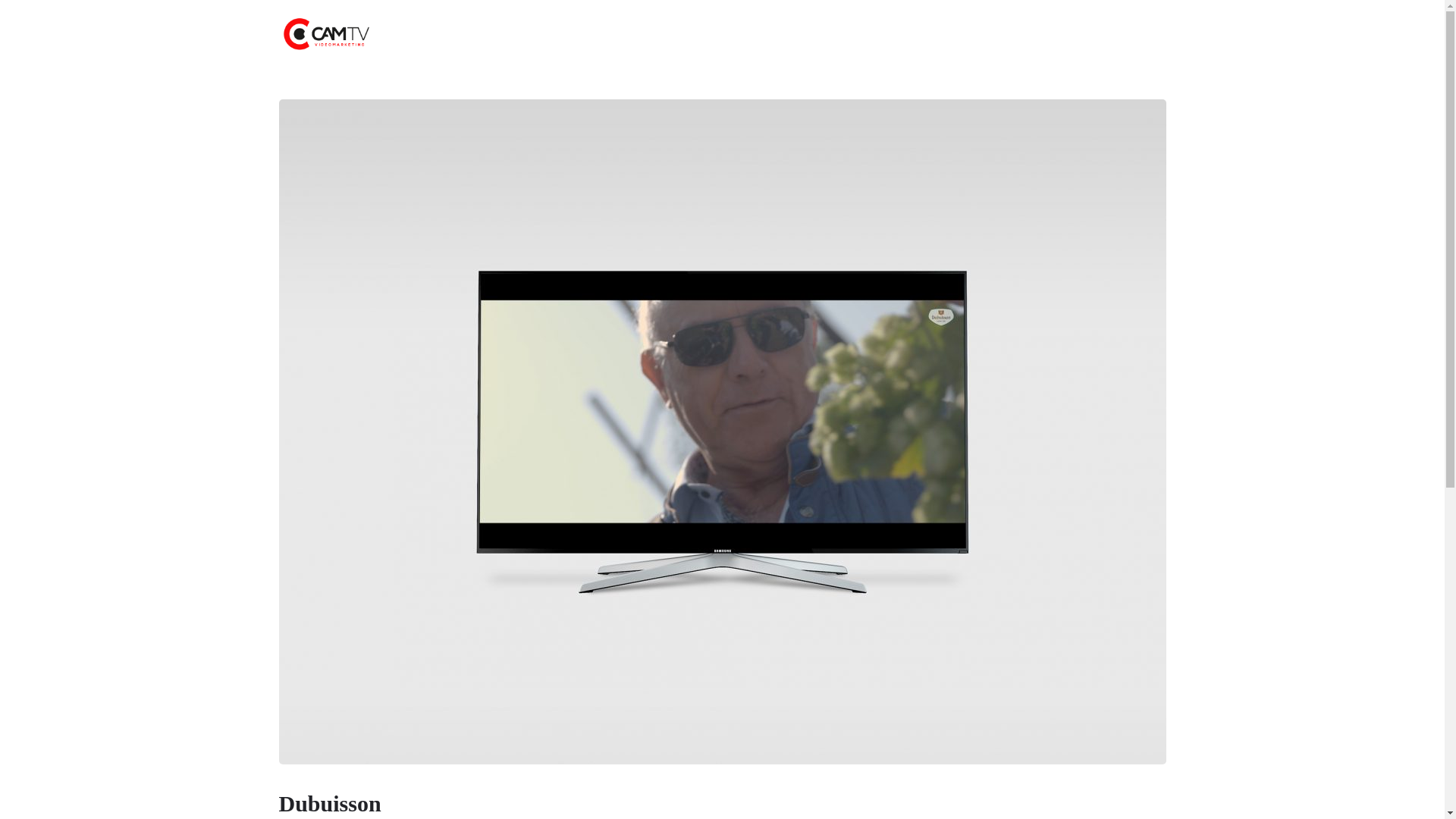 The height and width of the screenshot is (819, 1456). I want to click on 'CONTACT', so click(905, 34).